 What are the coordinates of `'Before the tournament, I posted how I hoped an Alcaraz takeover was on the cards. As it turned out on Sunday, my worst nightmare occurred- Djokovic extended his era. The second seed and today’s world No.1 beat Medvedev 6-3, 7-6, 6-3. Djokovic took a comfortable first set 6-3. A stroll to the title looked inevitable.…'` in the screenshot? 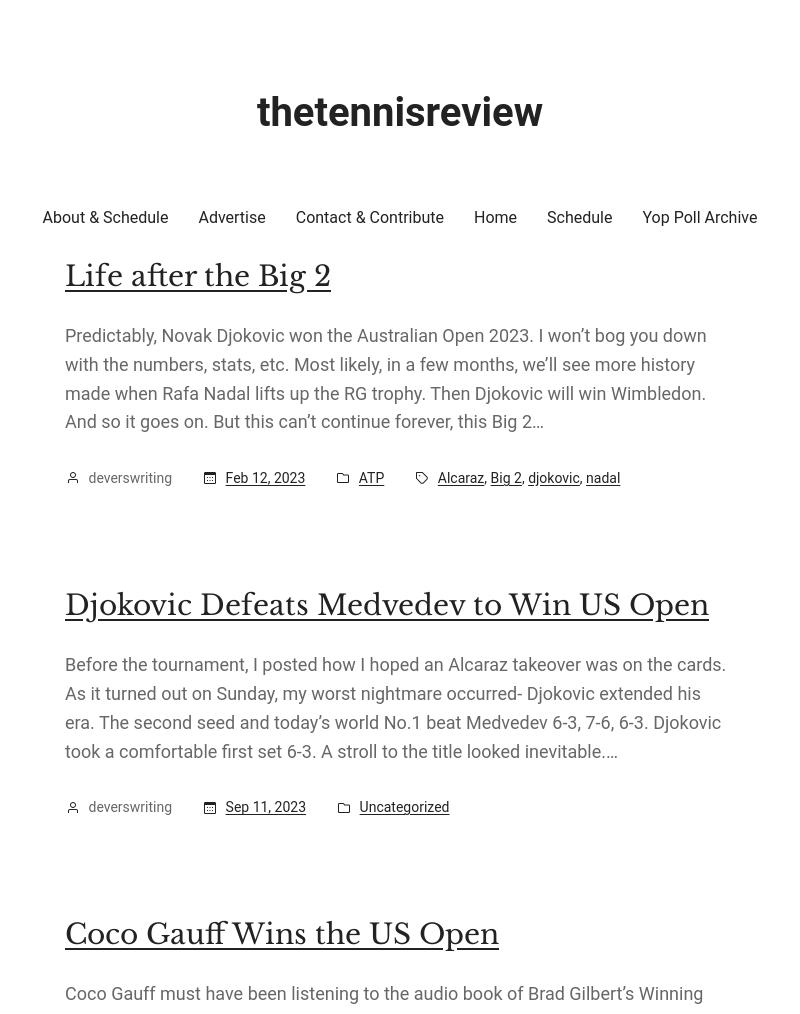 It's located at (394, 706).